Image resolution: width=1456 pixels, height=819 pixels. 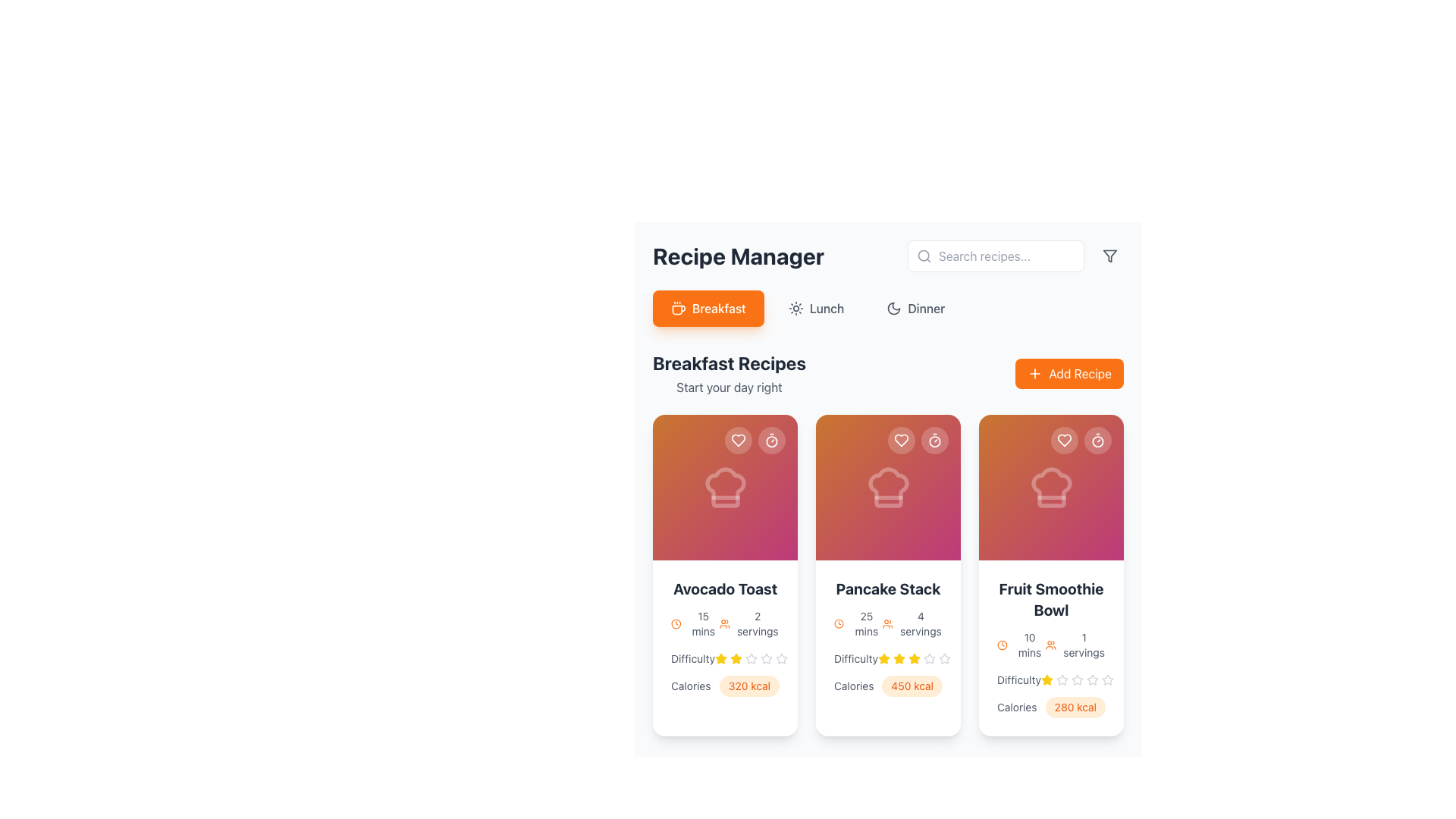 I want to click on the timer icon located at the top-right corner of the 'Avocado Toast' recipe card, so click(x=771, y=441).